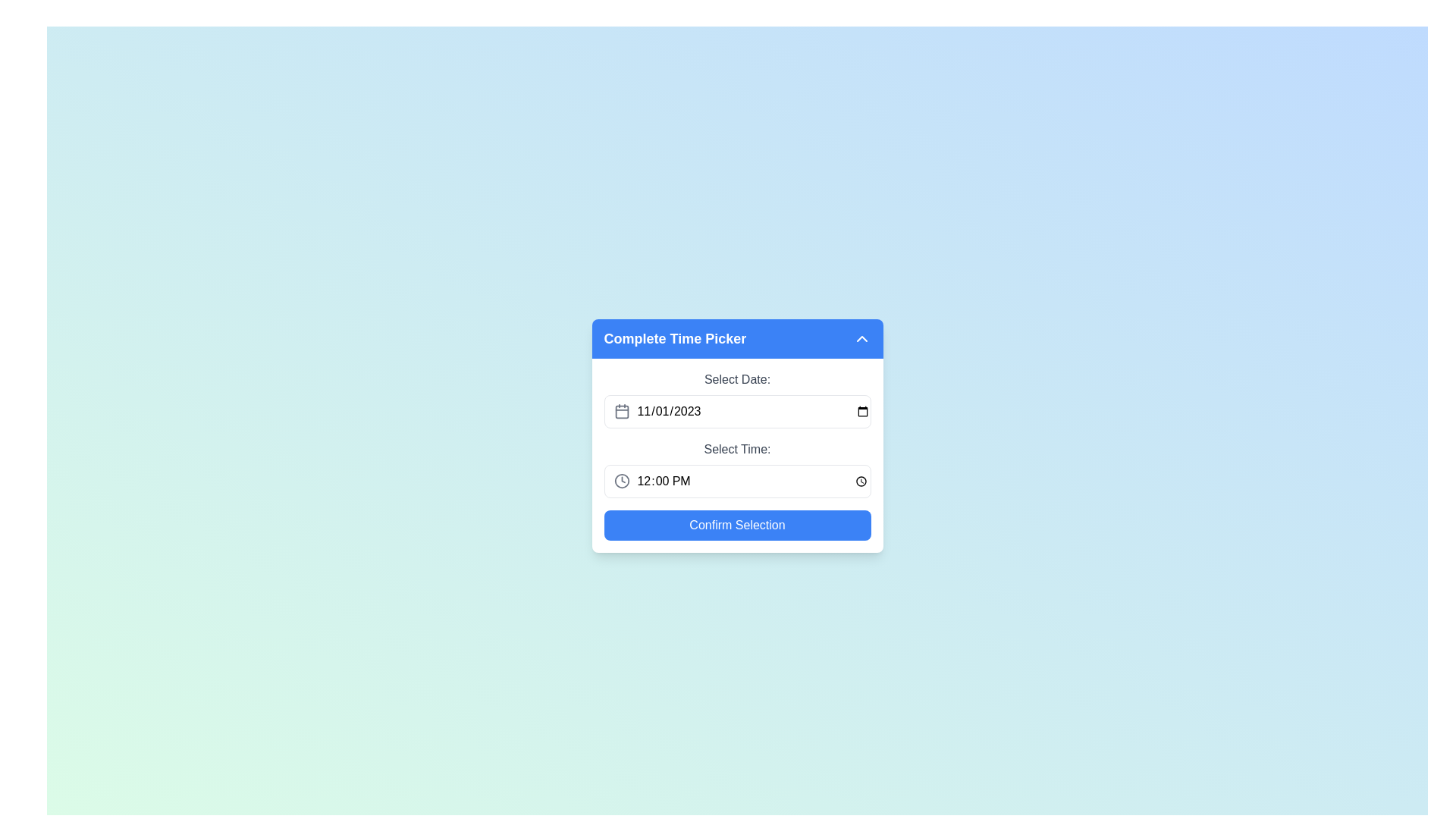  I want to click on text label displaying 'Select Time:' which is styled with a gray font color and positioned above the time selection field, so click(737, 449).